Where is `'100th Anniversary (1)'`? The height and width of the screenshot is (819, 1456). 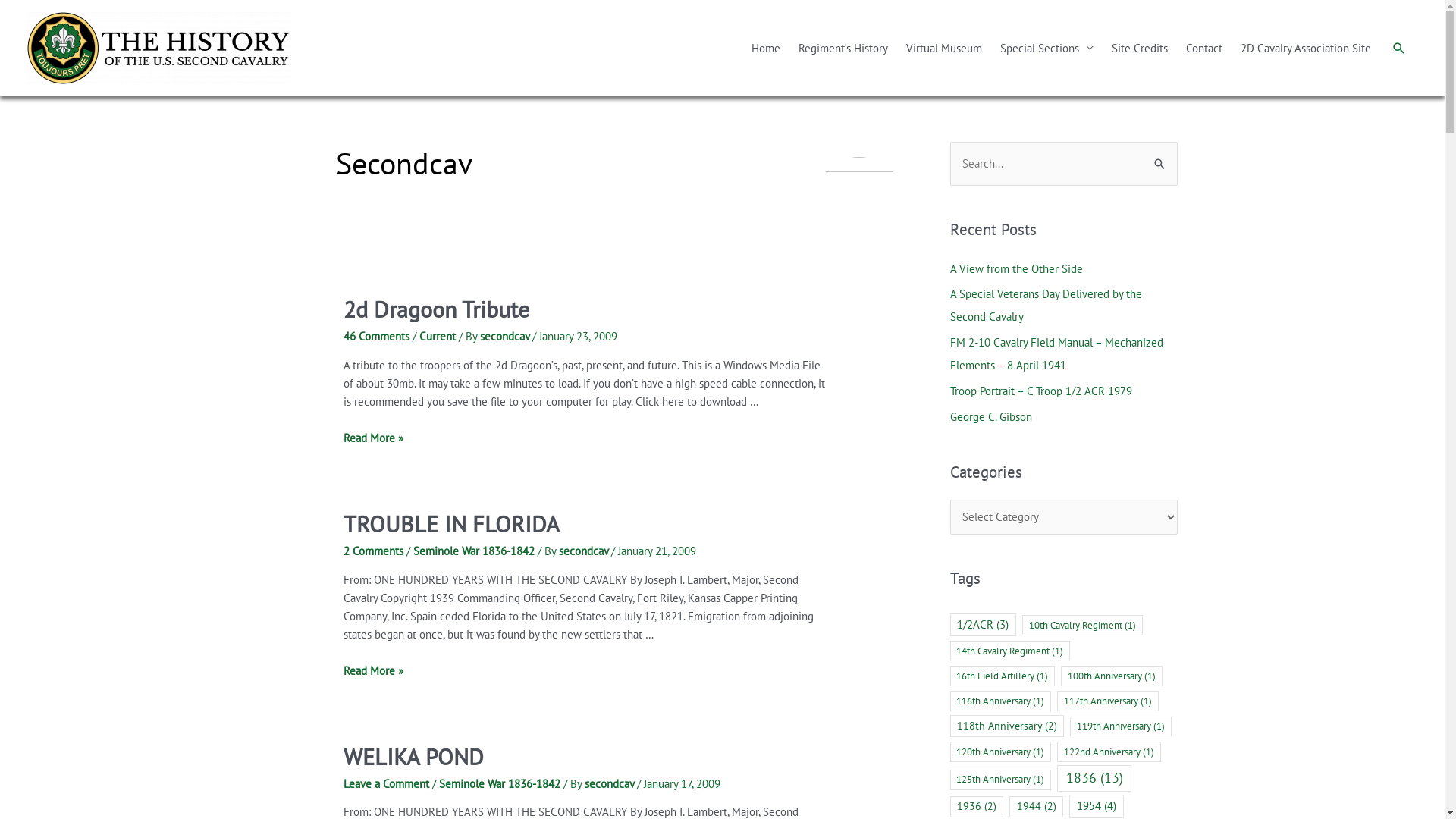 '100th Anniversary (1)' is located at coordinates (1111, 675).